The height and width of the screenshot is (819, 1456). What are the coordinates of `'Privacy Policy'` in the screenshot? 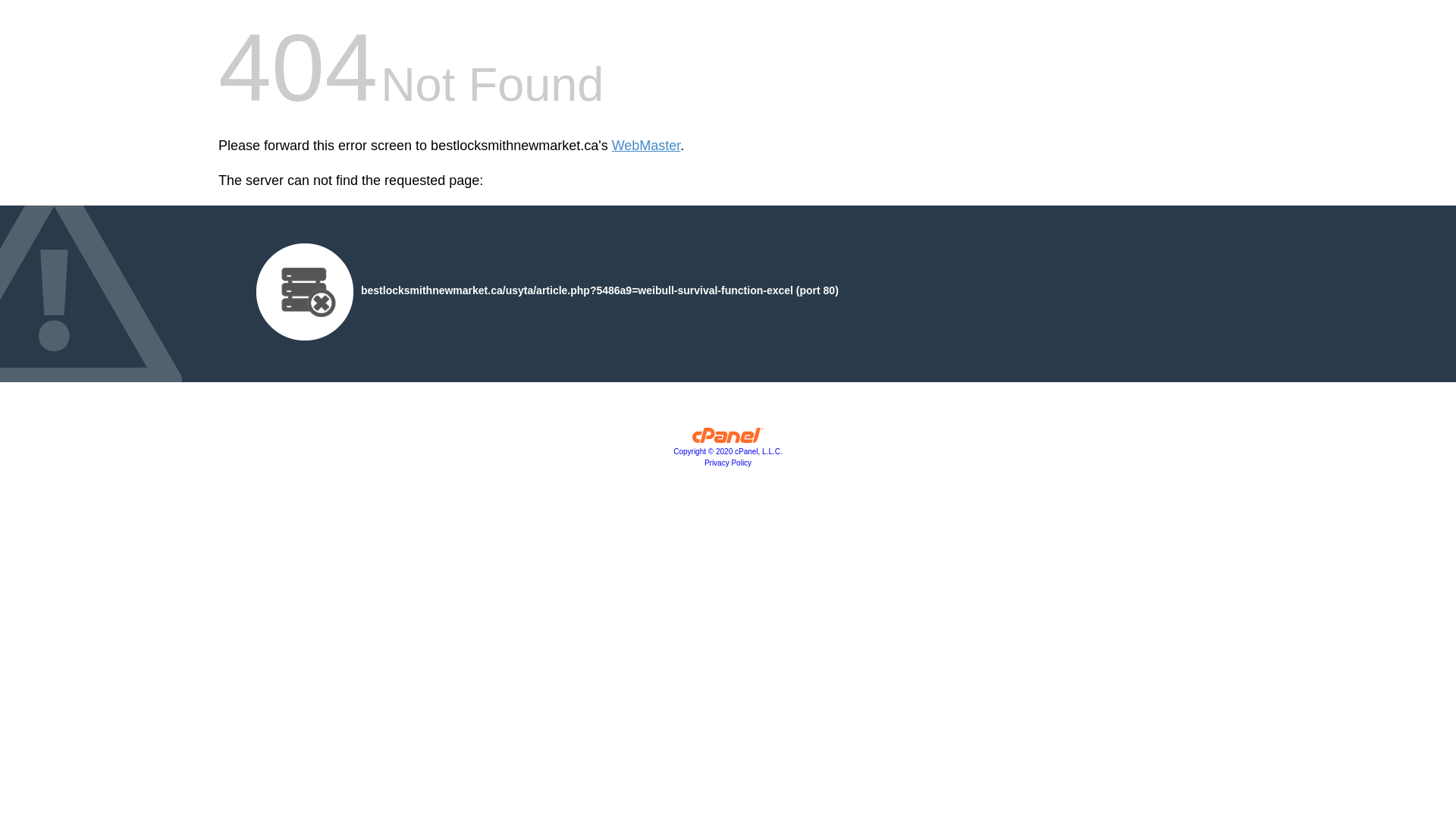 It's located at (728, 462).